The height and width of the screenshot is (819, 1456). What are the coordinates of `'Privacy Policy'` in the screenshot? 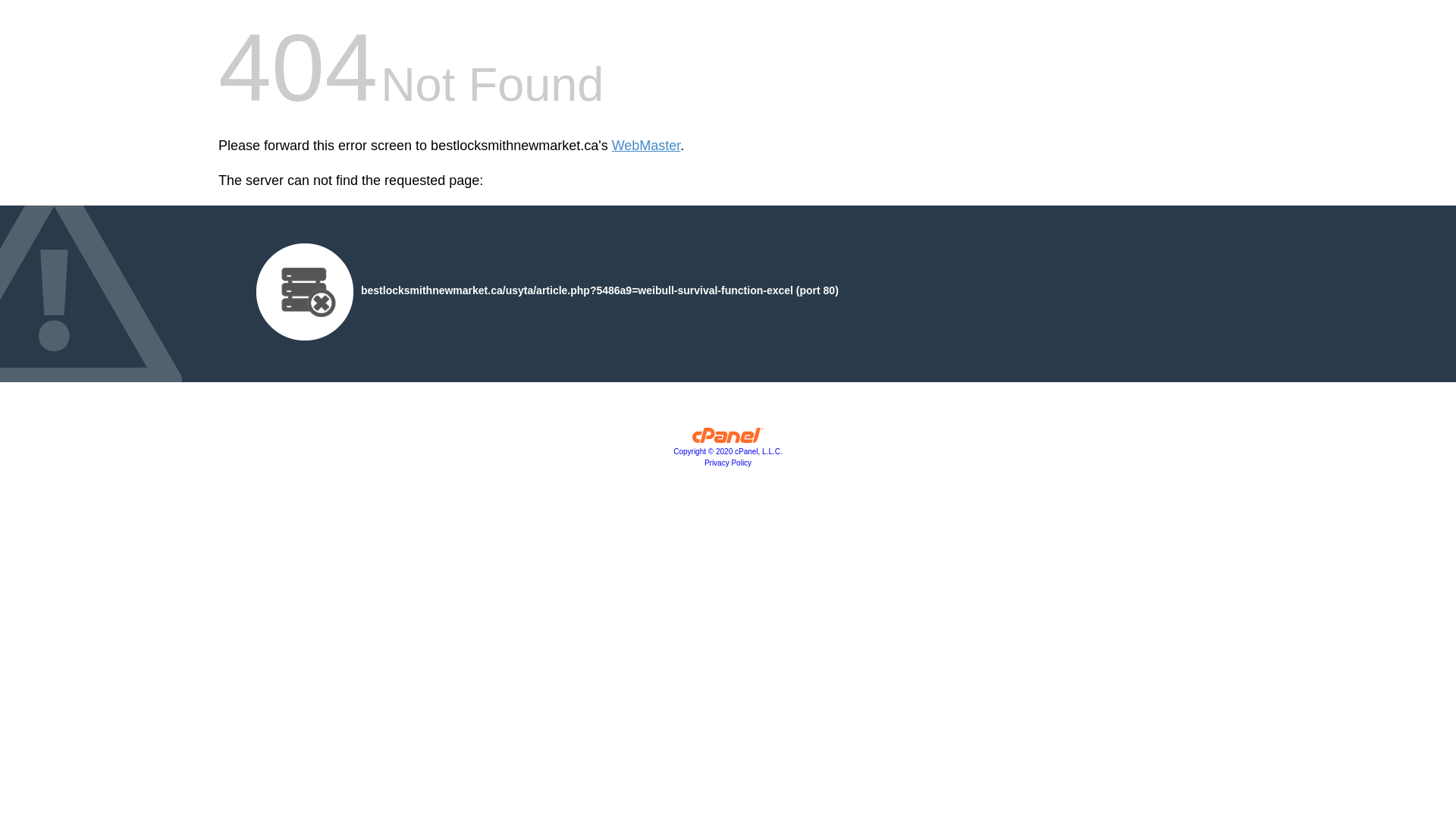 It's located at (728, 462).